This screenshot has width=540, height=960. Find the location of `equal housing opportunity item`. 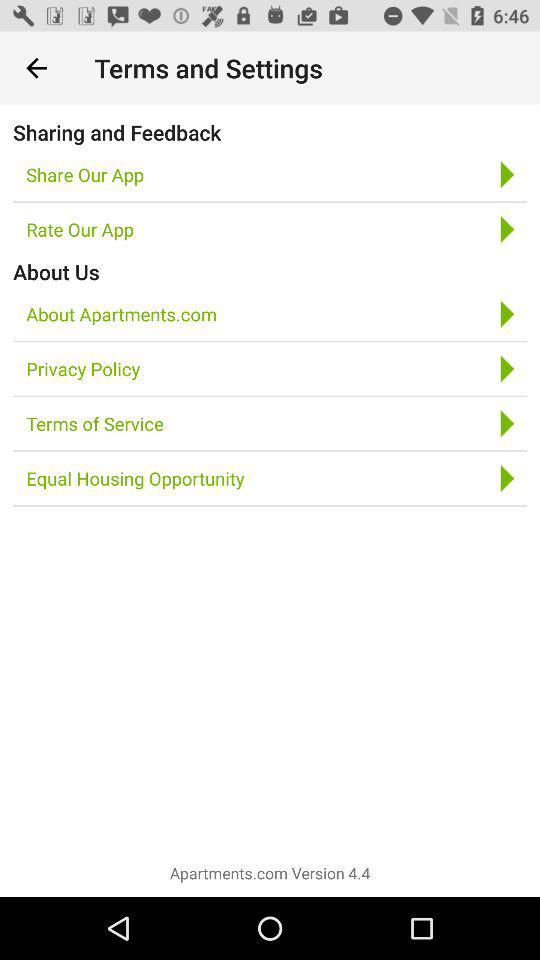

equal housing opportunity item is located at coordinates (135, 478).